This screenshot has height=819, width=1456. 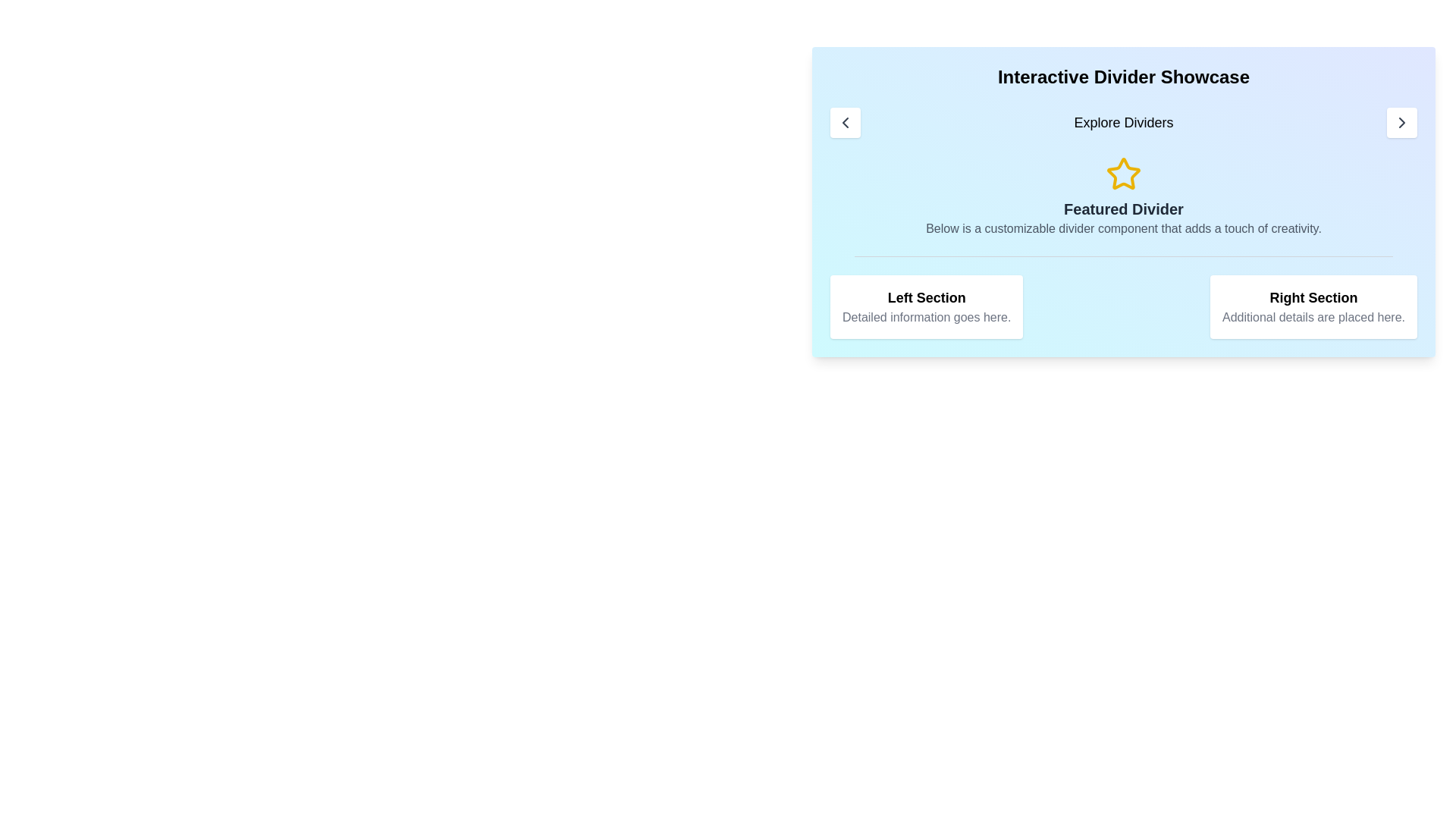 I want to click on the text label displaying 'Explore Dividers', which is centrally positioned between two navigational icons with emphasis on its larger font size, so click(x=1124, y=122).